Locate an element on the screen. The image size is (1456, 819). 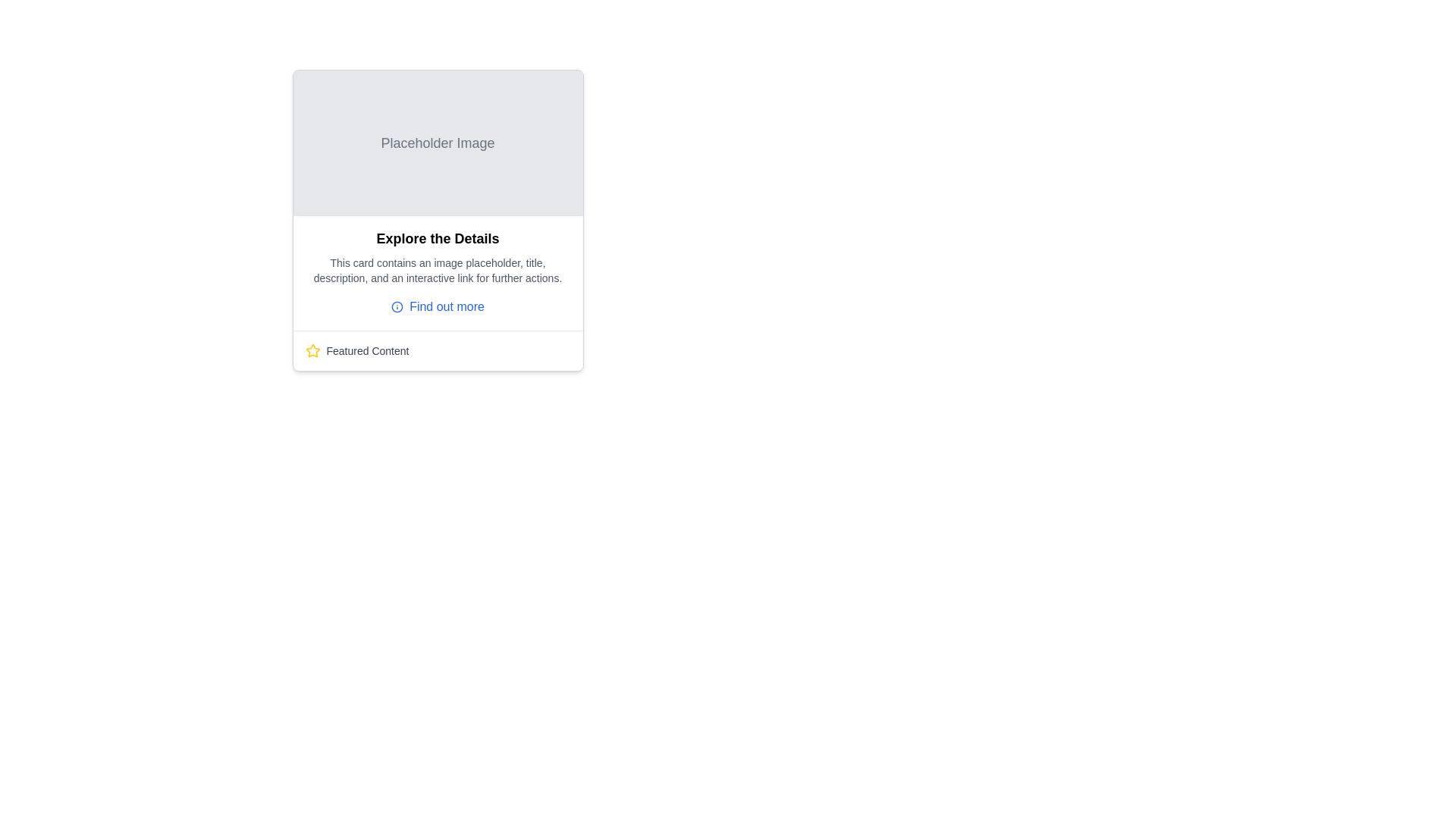
the informational icon located to the left of the 'Find out more' link, positioned in the lower part of the card near the center is located at coordinates (397, 307).